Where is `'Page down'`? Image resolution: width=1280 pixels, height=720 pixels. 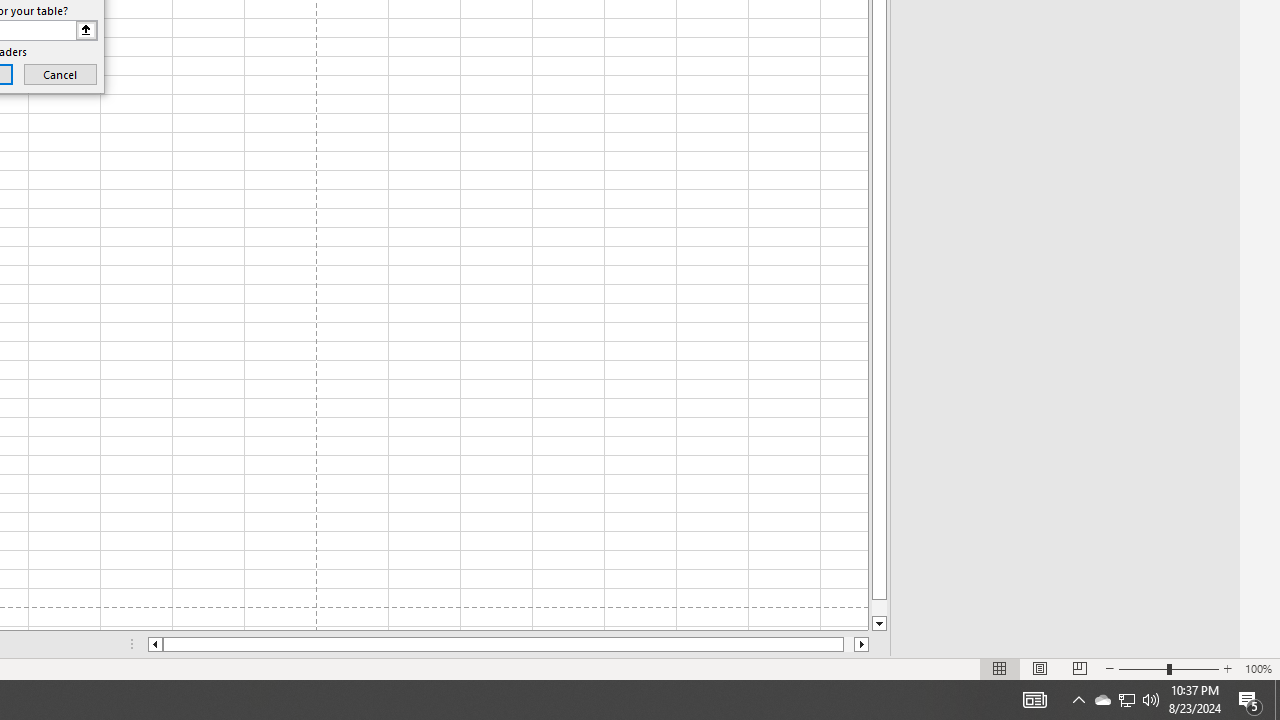
'Page down' is located at coordinates (879, 607).